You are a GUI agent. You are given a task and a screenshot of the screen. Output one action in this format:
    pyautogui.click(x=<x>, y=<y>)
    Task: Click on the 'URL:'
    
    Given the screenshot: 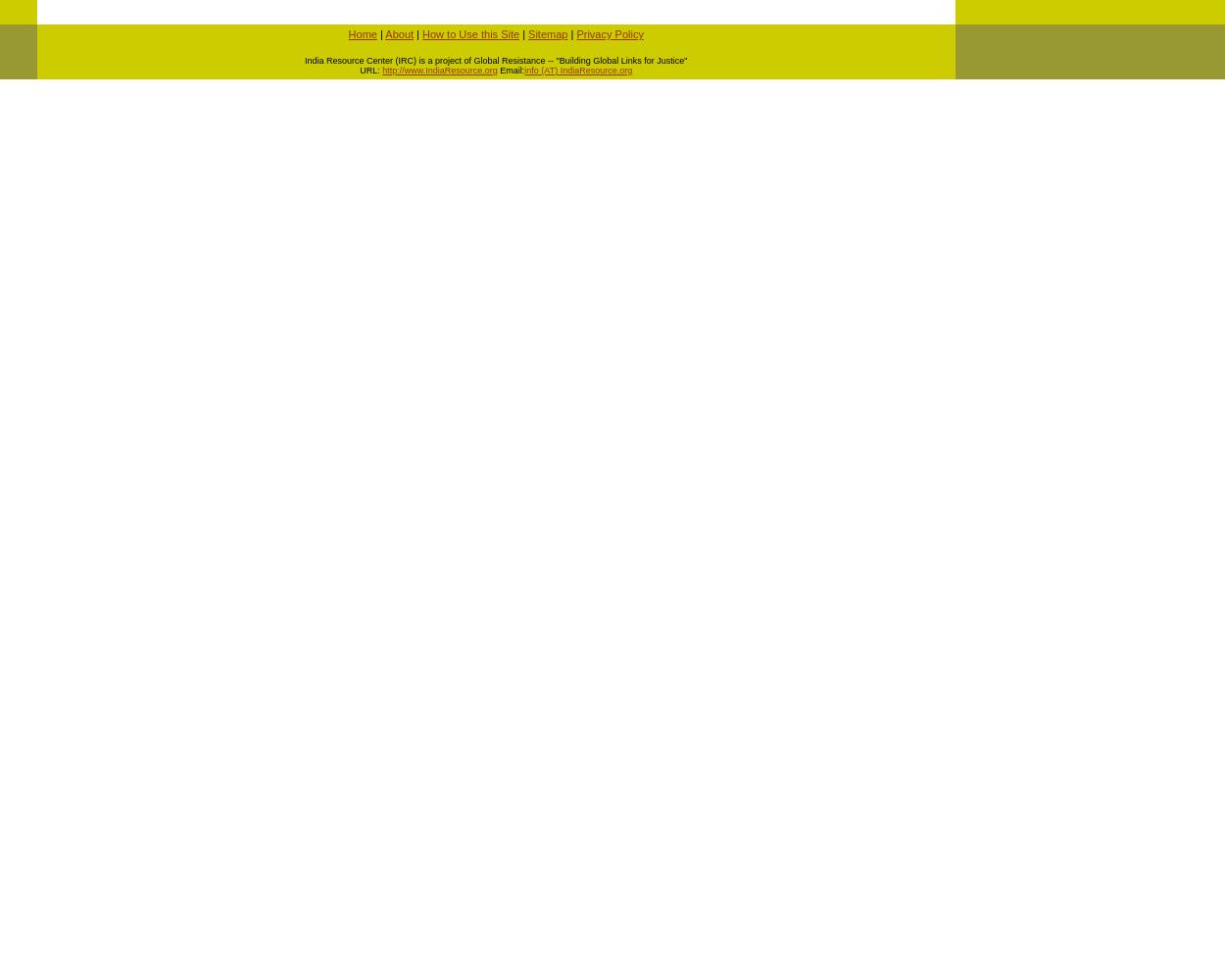 What is the action you would take?
    pyautogui.click(x=370, y=70)
    